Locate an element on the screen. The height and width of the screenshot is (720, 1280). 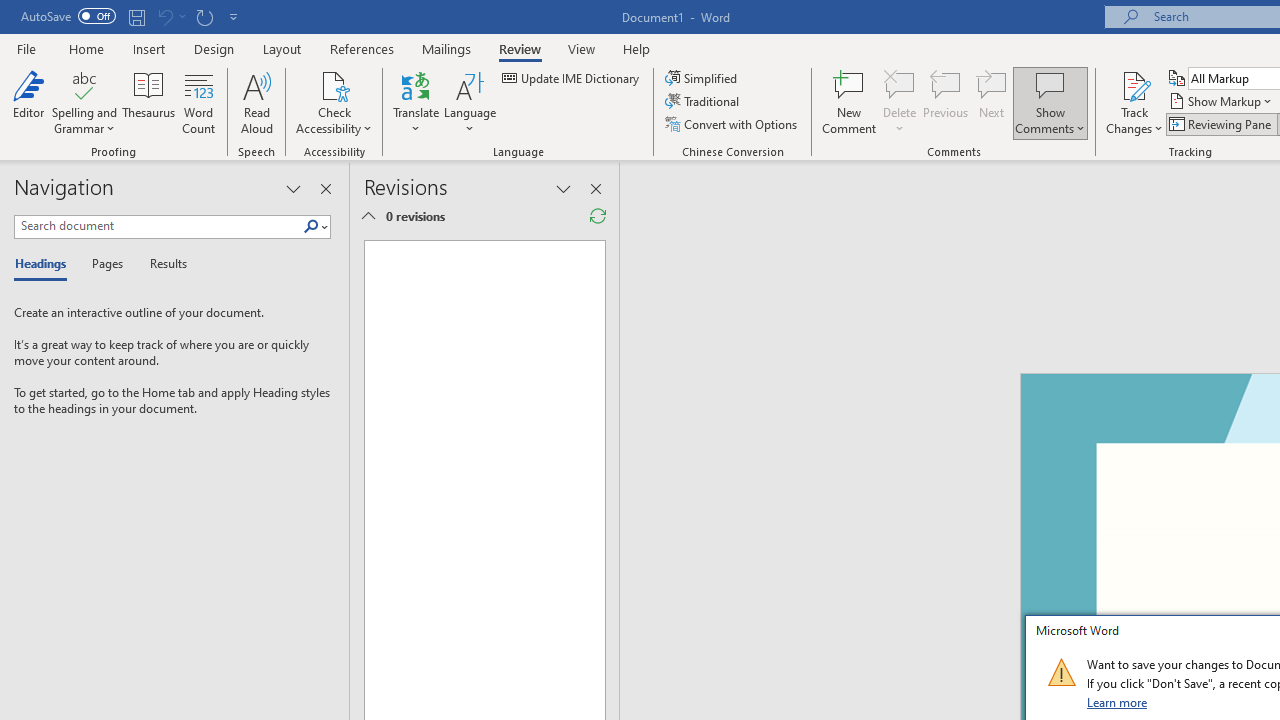
'Simplified' is located at coordinates (702, 77).